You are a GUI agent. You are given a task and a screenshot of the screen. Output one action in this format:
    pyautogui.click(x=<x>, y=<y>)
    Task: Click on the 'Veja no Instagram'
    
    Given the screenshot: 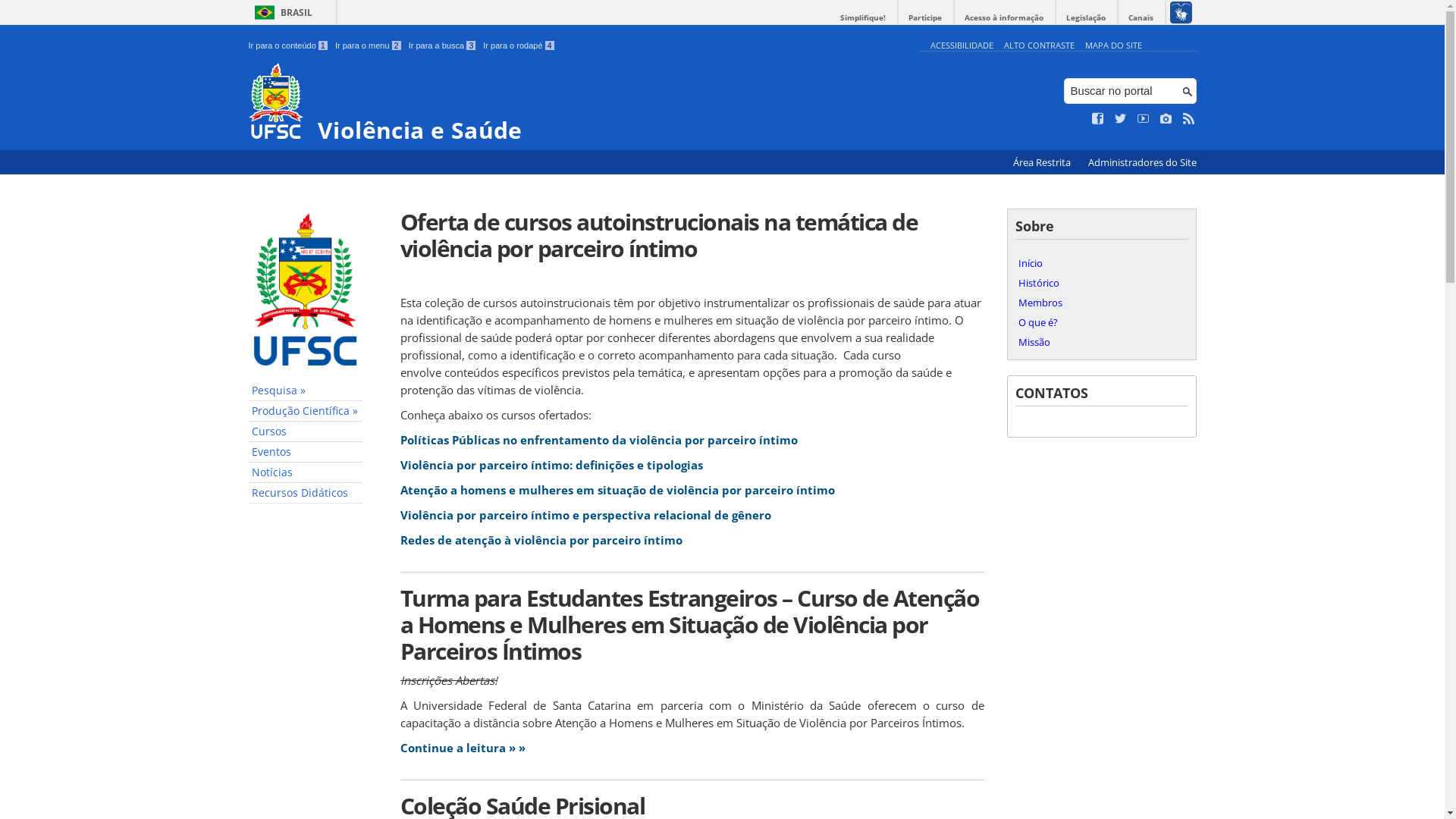 What is the action you would take?
    pyautogui.click(x=1165, y=118)
    